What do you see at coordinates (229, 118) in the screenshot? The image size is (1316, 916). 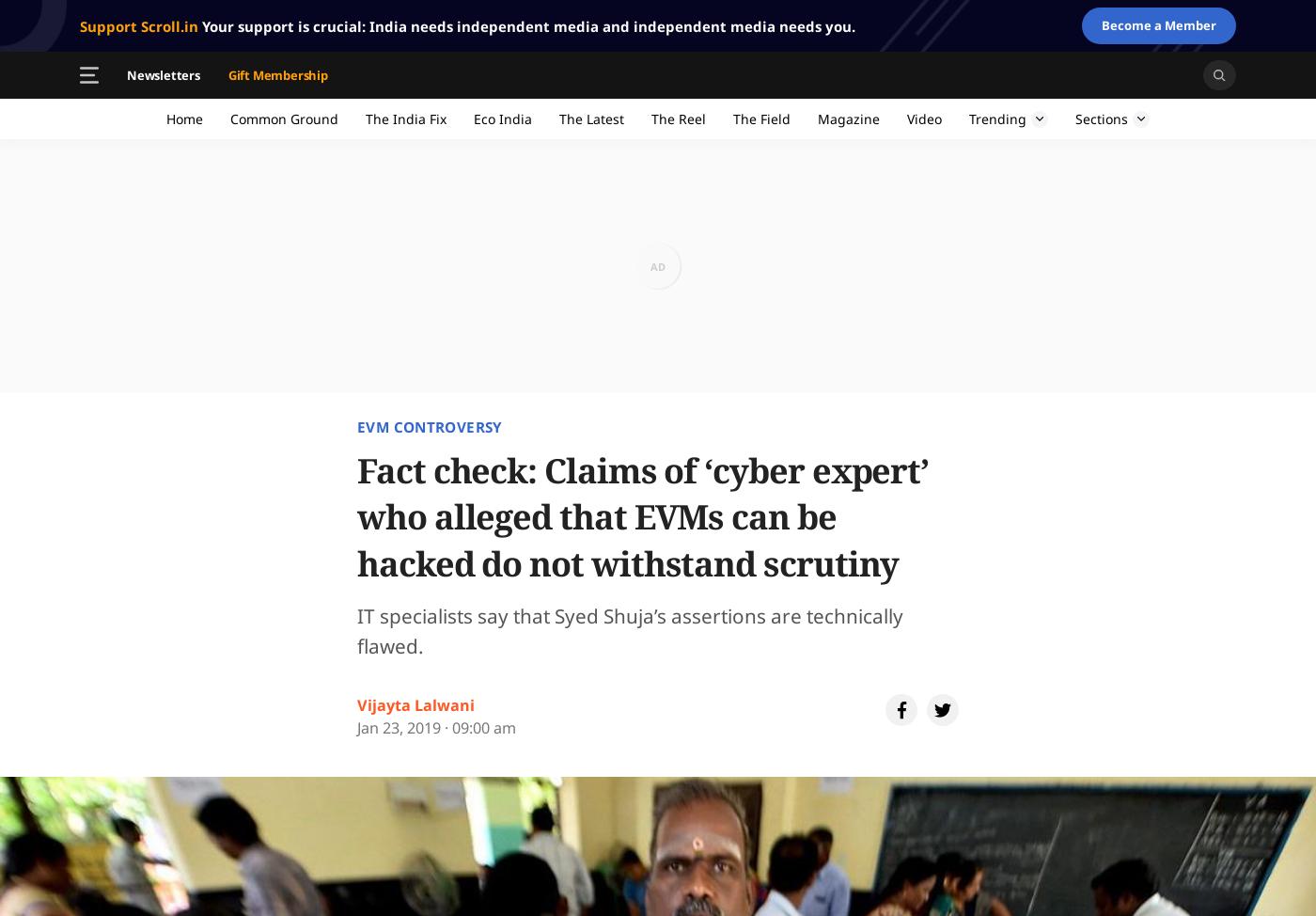 I see `'Common Ground'` at bounding box center [229, 118].